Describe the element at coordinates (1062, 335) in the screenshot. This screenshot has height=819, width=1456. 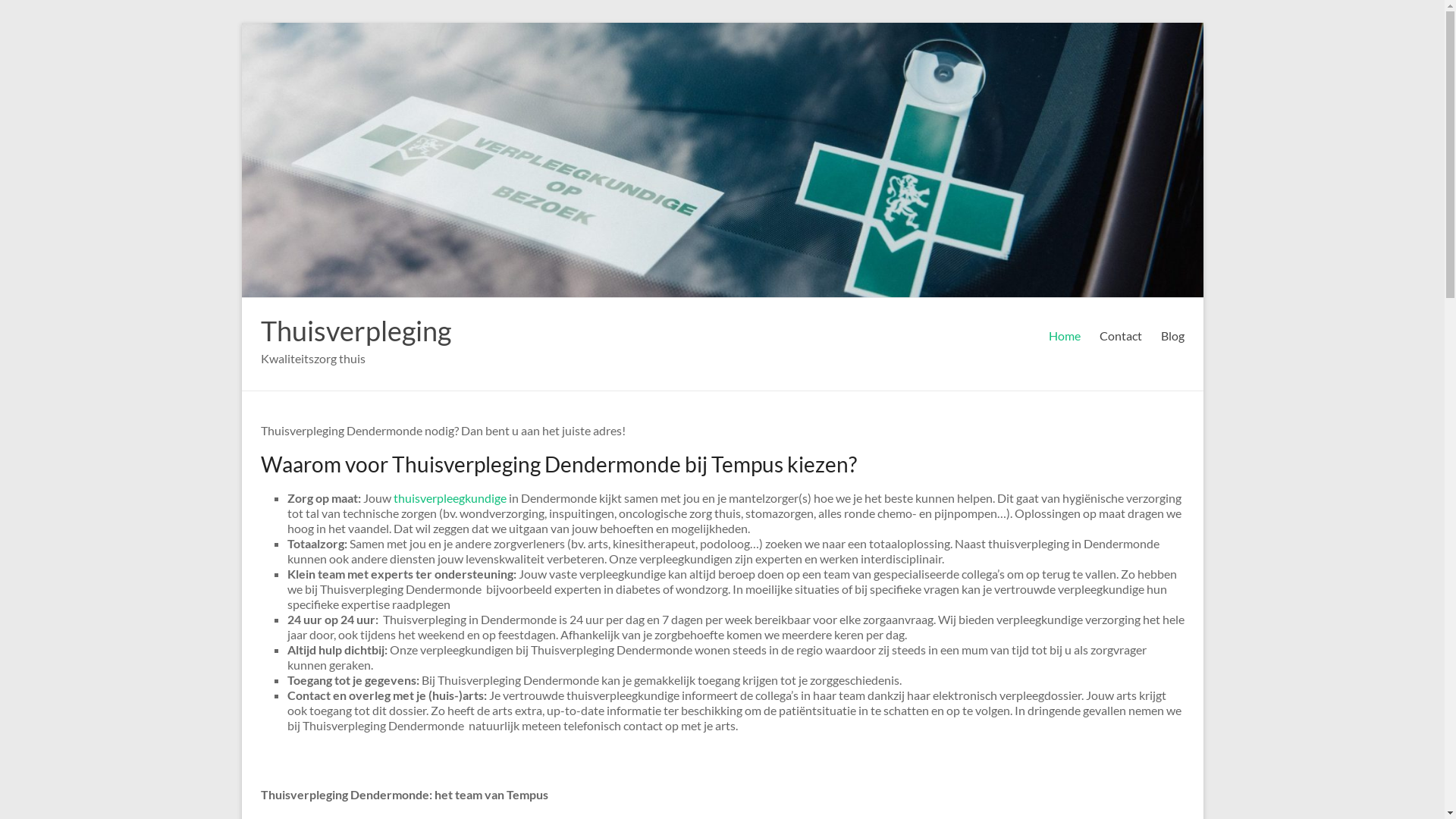
I see `'Home'` at that location.